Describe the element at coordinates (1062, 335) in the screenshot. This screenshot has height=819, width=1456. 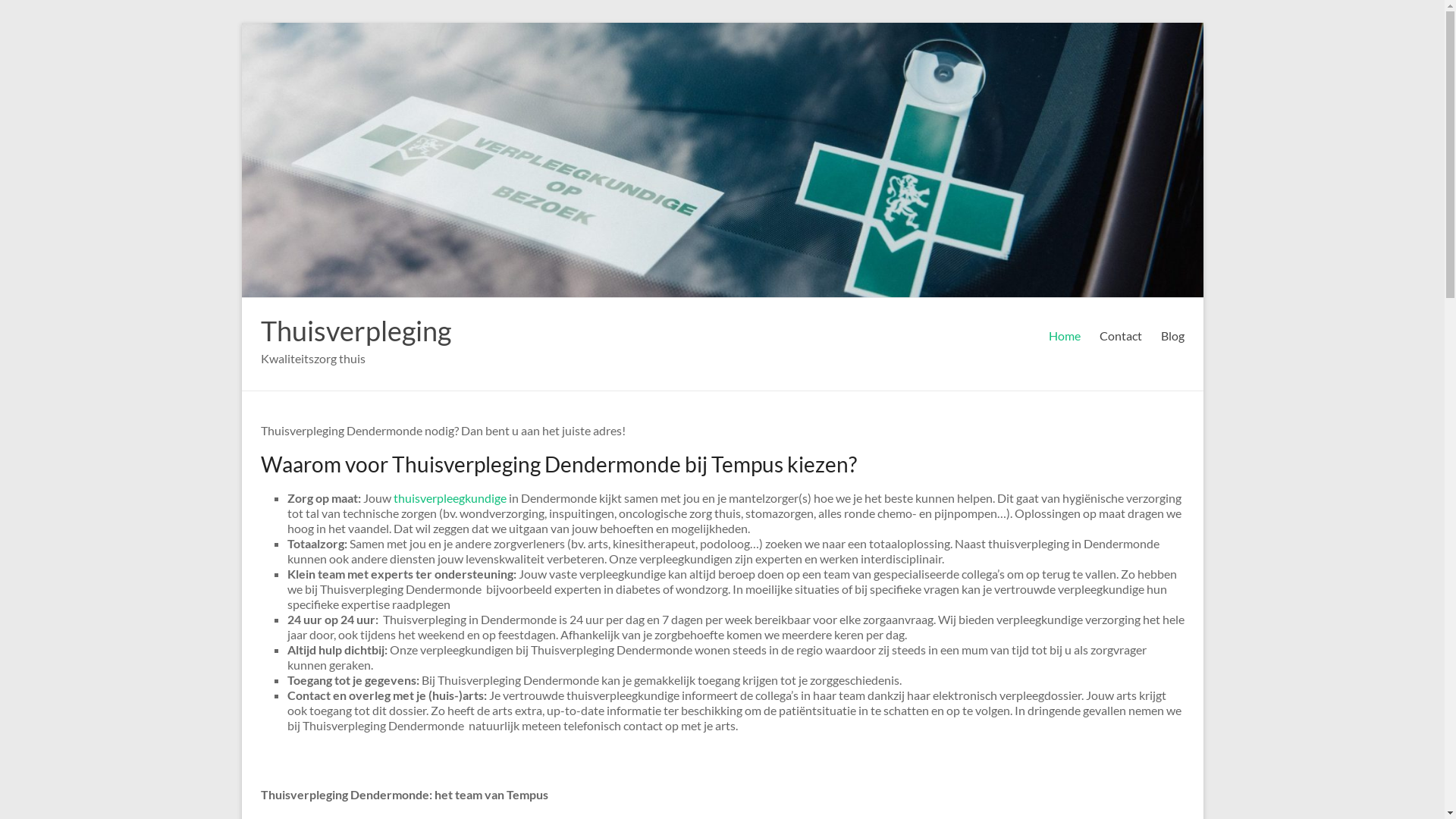
I see `'Home'` at that location.